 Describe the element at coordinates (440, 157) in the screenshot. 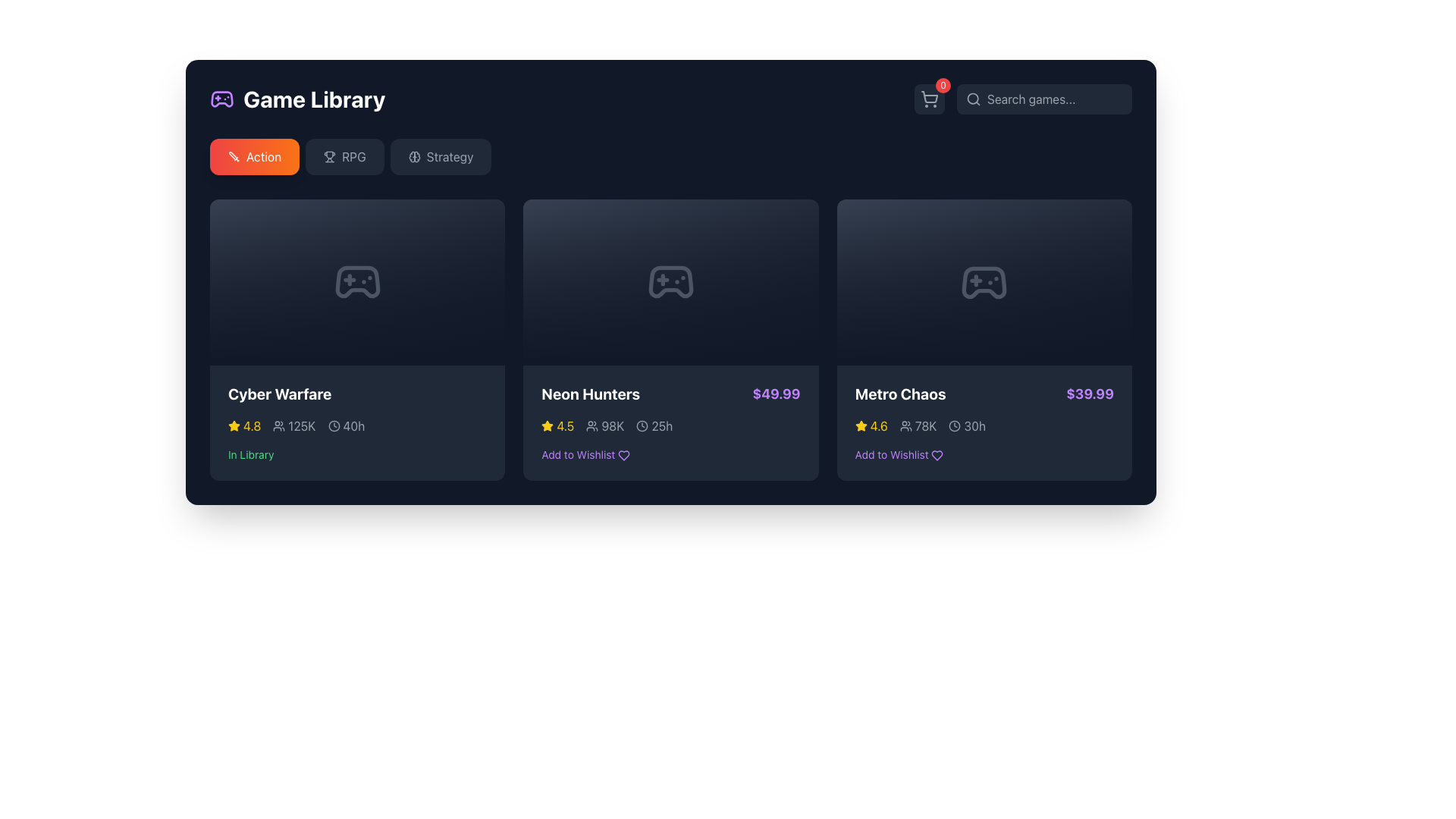

I see `the third button in a horizontal row of three buttons` at that location.